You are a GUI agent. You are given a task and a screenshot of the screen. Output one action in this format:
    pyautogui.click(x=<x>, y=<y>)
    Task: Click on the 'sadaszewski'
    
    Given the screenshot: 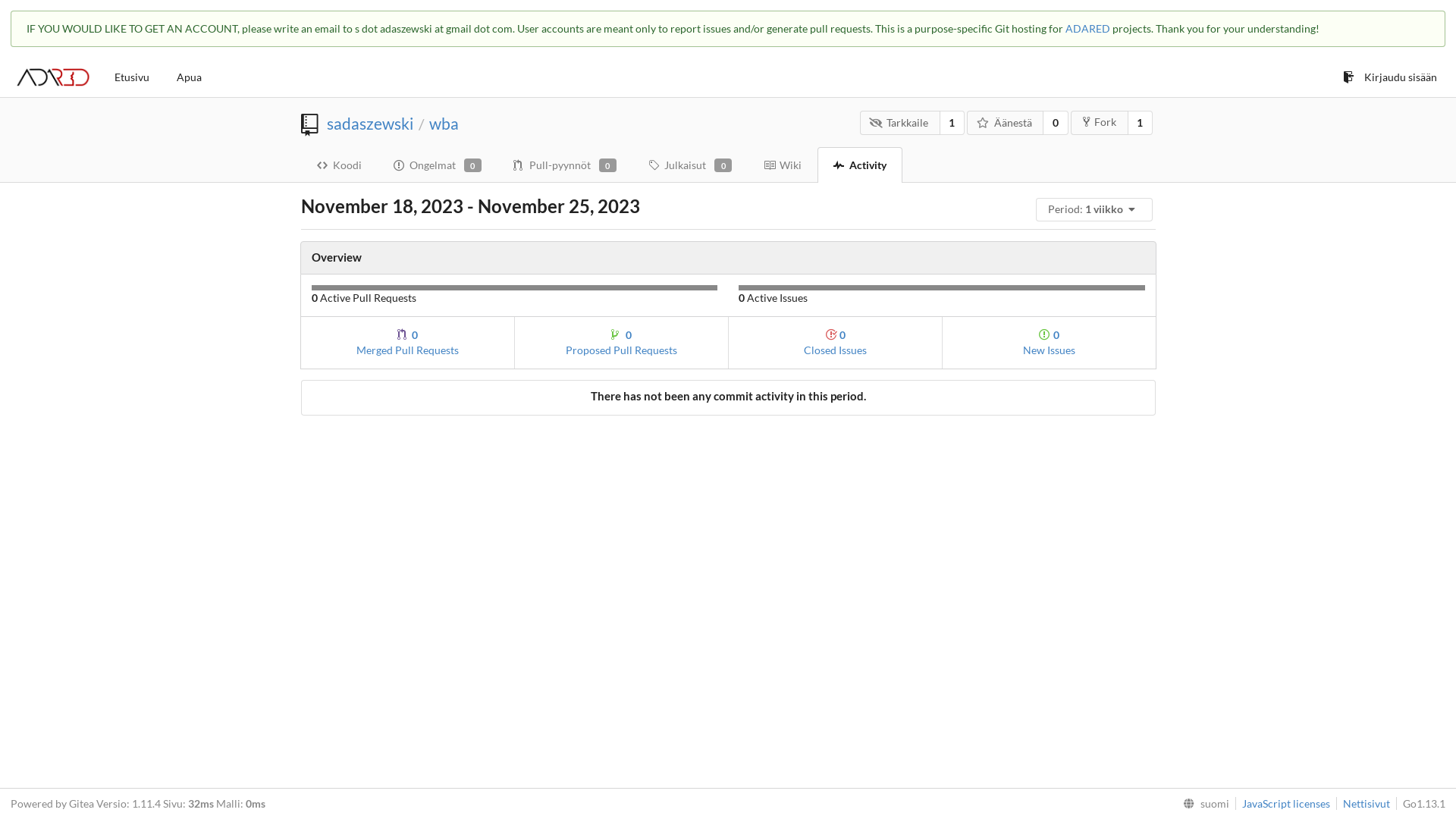 What is the action you would take?
    pyautogui.click(x=369, y=122)
    